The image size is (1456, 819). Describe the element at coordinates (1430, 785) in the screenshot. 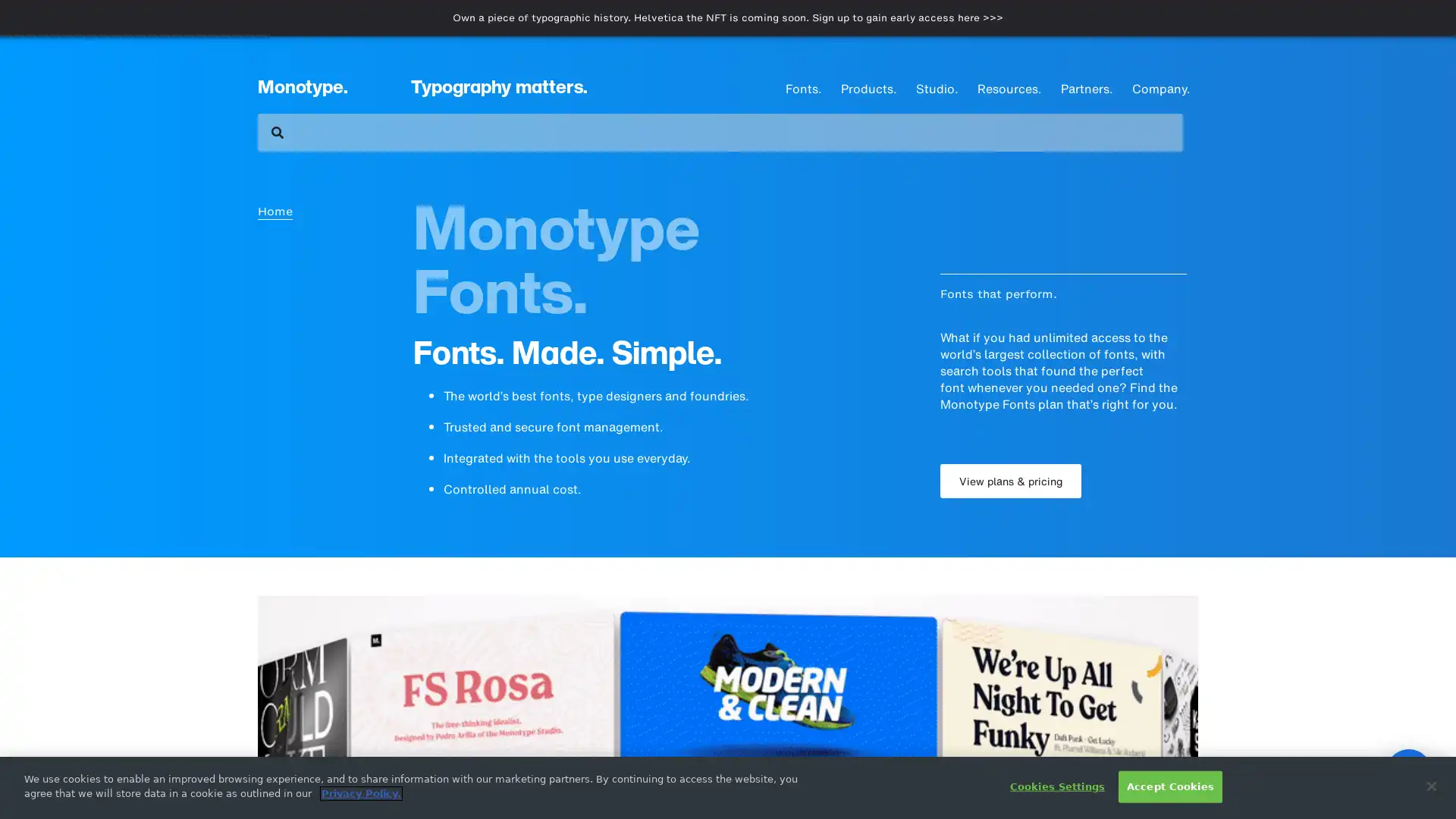

I see `Close` at that location.